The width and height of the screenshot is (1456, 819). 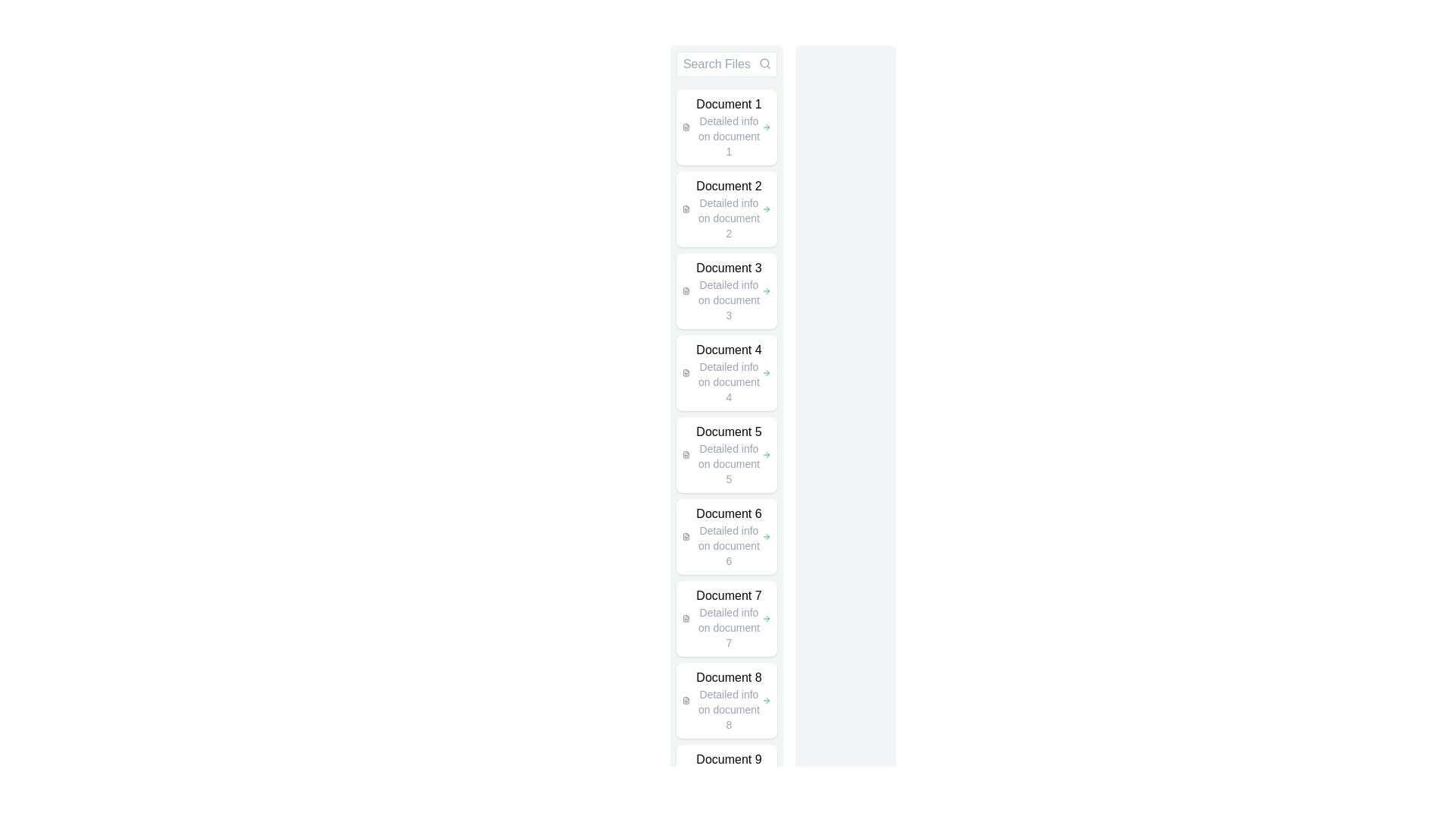 I want to click on the document icon located to the left of the 'Document 6' list item, so click(x=684, y=536).